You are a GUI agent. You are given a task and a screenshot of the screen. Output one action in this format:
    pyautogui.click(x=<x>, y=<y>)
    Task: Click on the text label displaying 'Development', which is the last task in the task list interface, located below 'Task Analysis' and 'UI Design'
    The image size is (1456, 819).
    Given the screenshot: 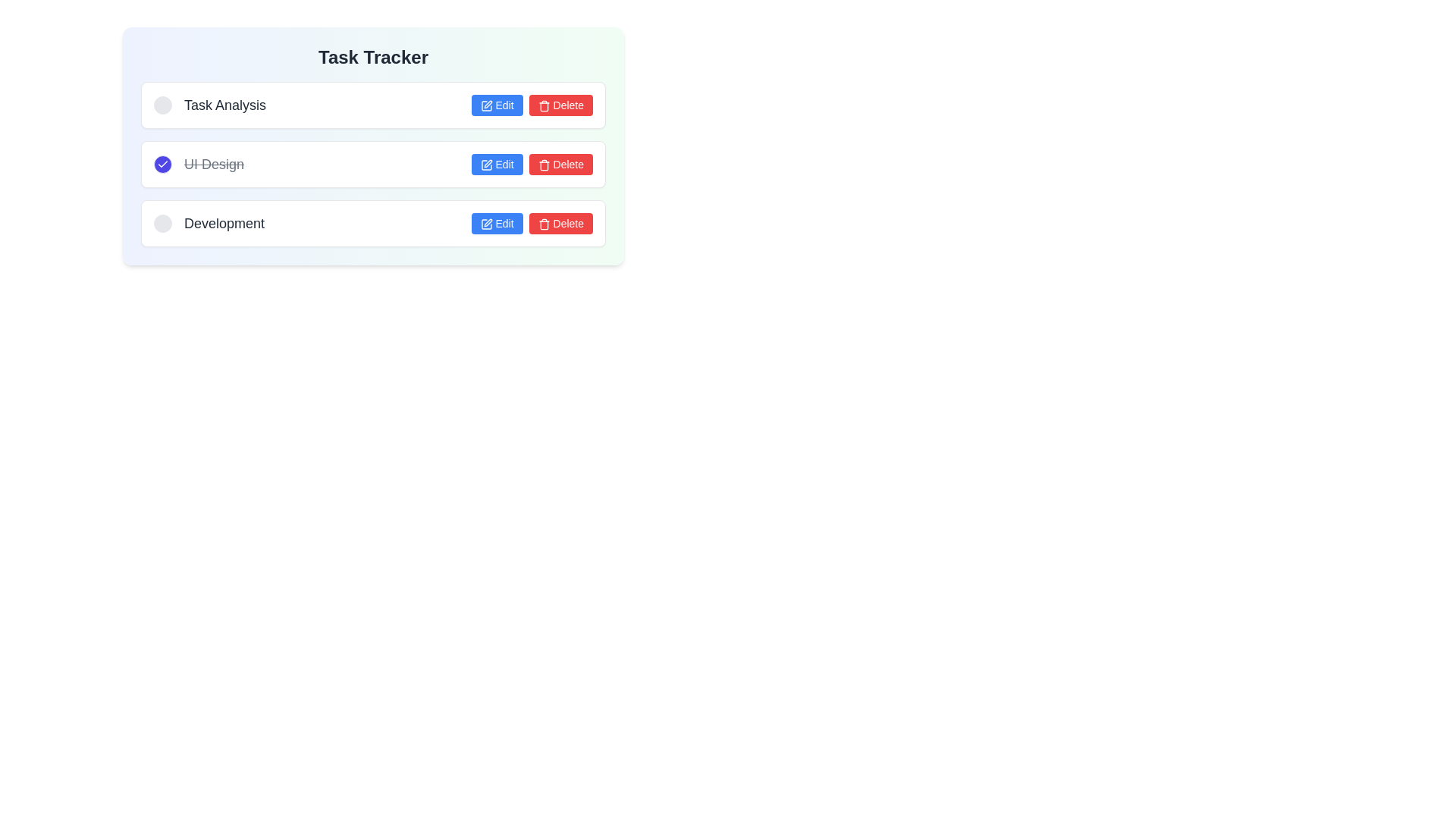 What is the action you would take?
    pyautogui.click(x=224, y=223)
    